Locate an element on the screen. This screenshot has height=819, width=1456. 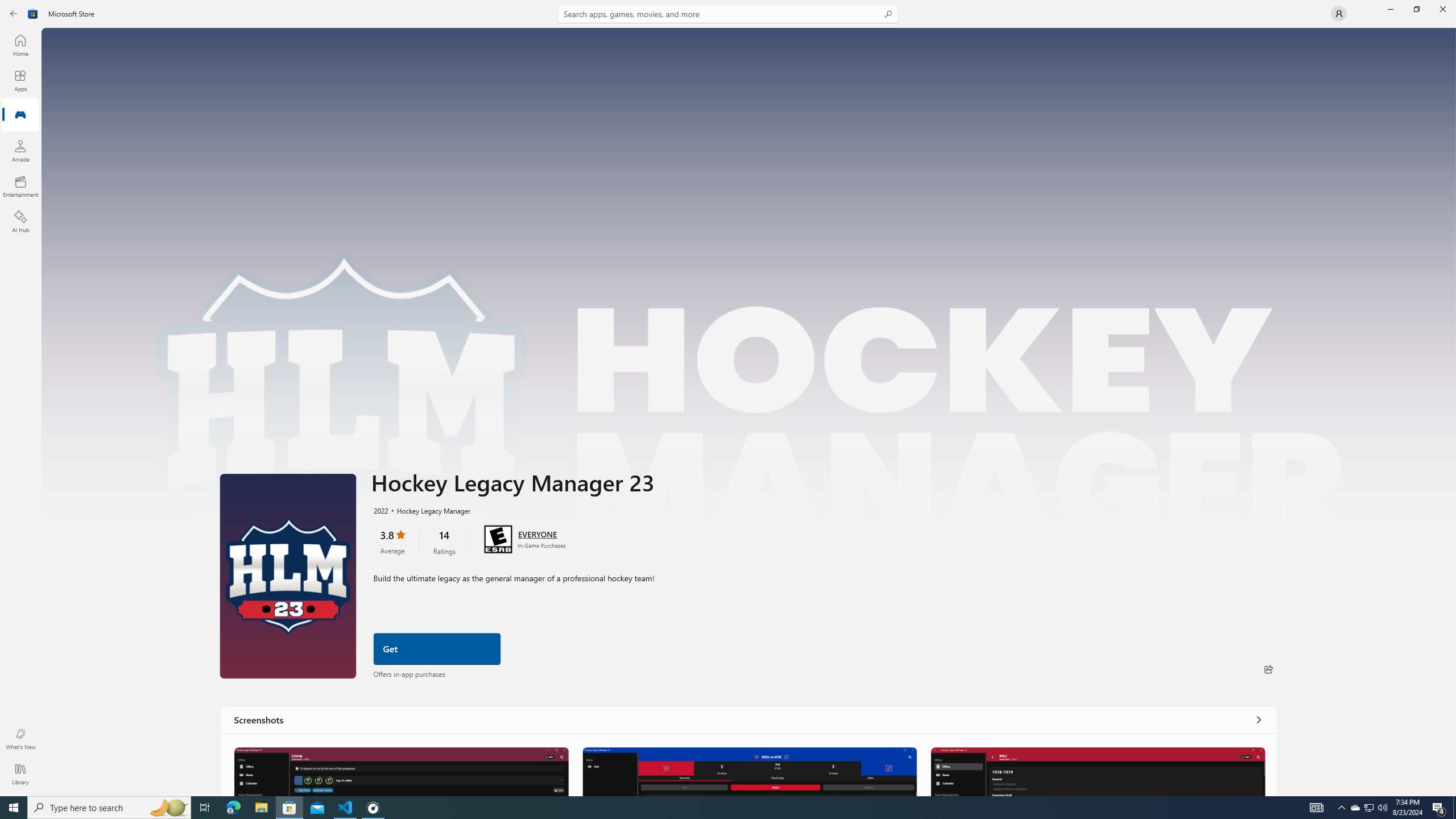
'Search' is located at coordinates (728, 13).